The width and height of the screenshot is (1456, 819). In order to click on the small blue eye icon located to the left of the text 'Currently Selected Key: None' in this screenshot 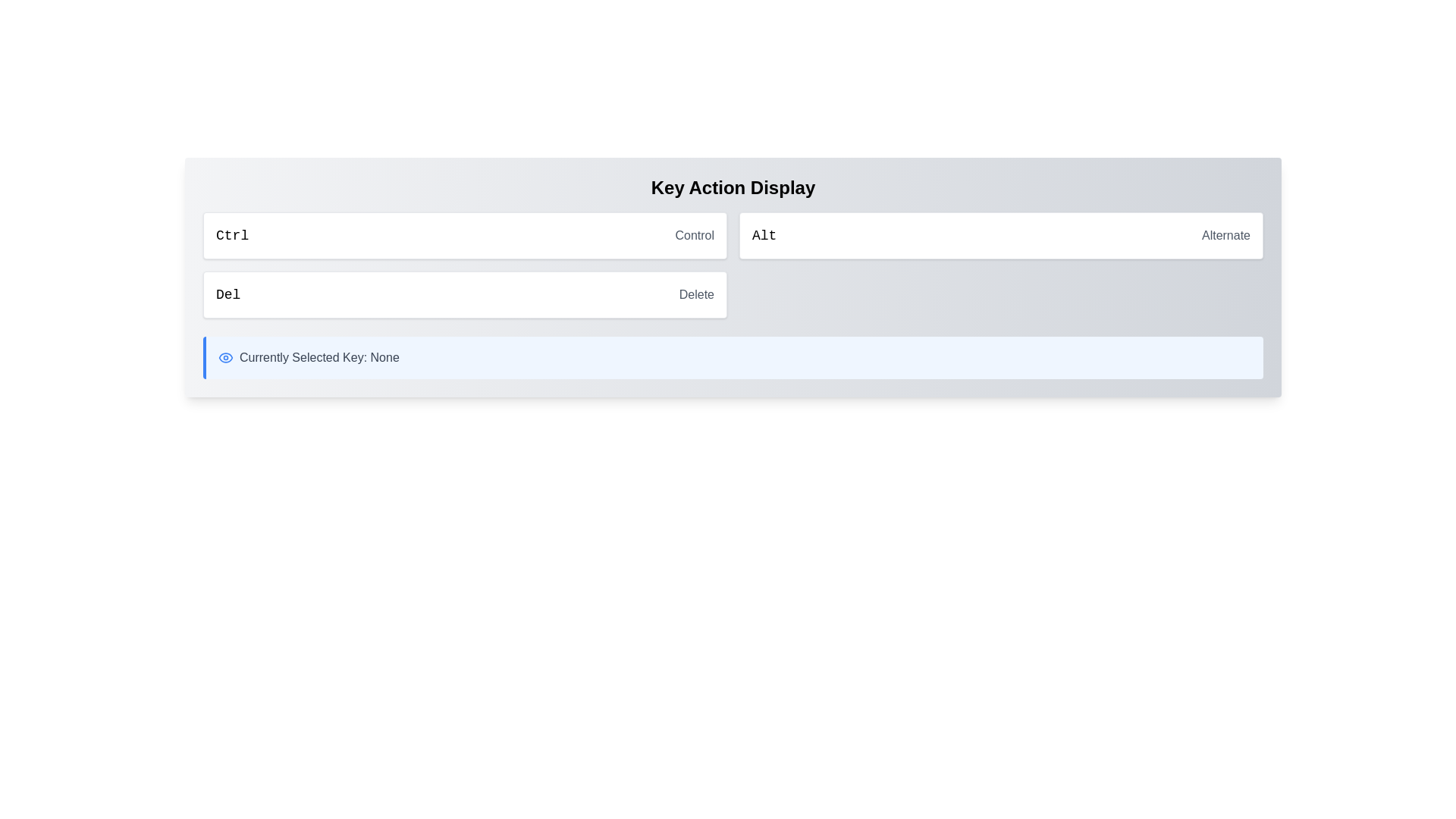, I will do `click(224, 357)`.